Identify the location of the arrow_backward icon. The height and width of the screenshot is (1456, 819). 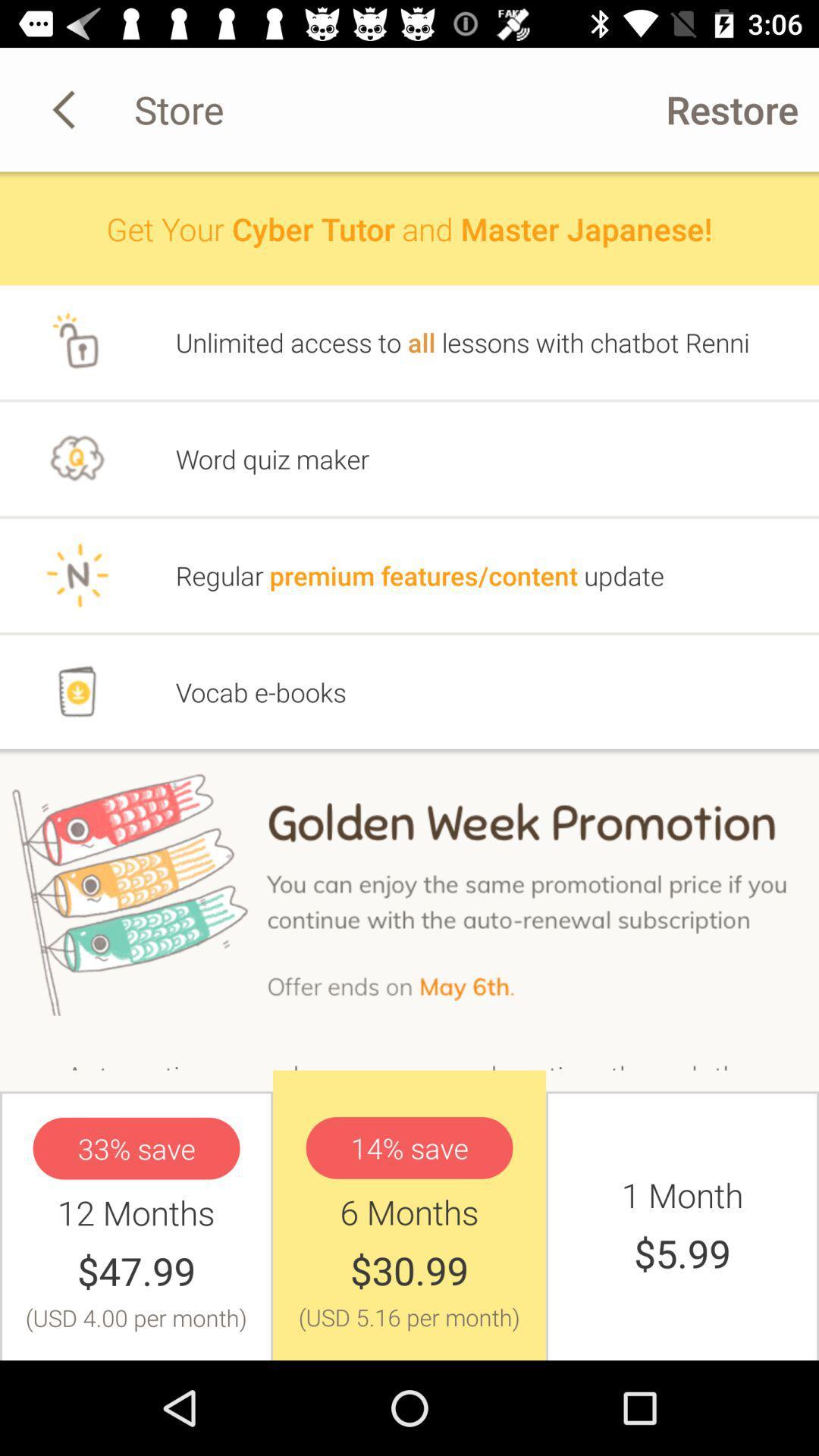
(66, 108).